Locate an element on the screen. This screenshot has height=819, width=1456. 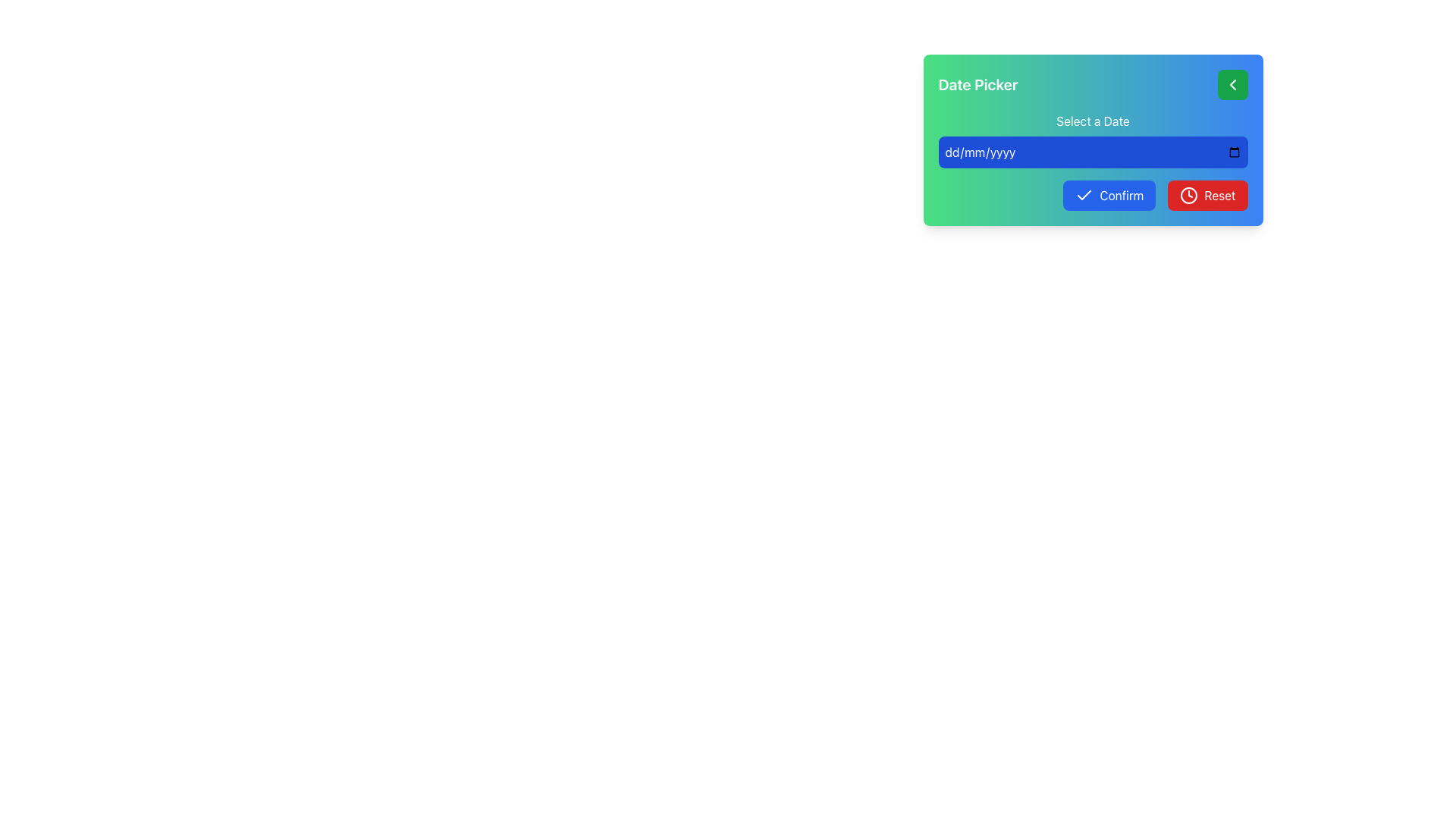
the left arrow icon located in the upper-right region of the interface within the green square of the date picker card is located at coordinates (1232, 84).